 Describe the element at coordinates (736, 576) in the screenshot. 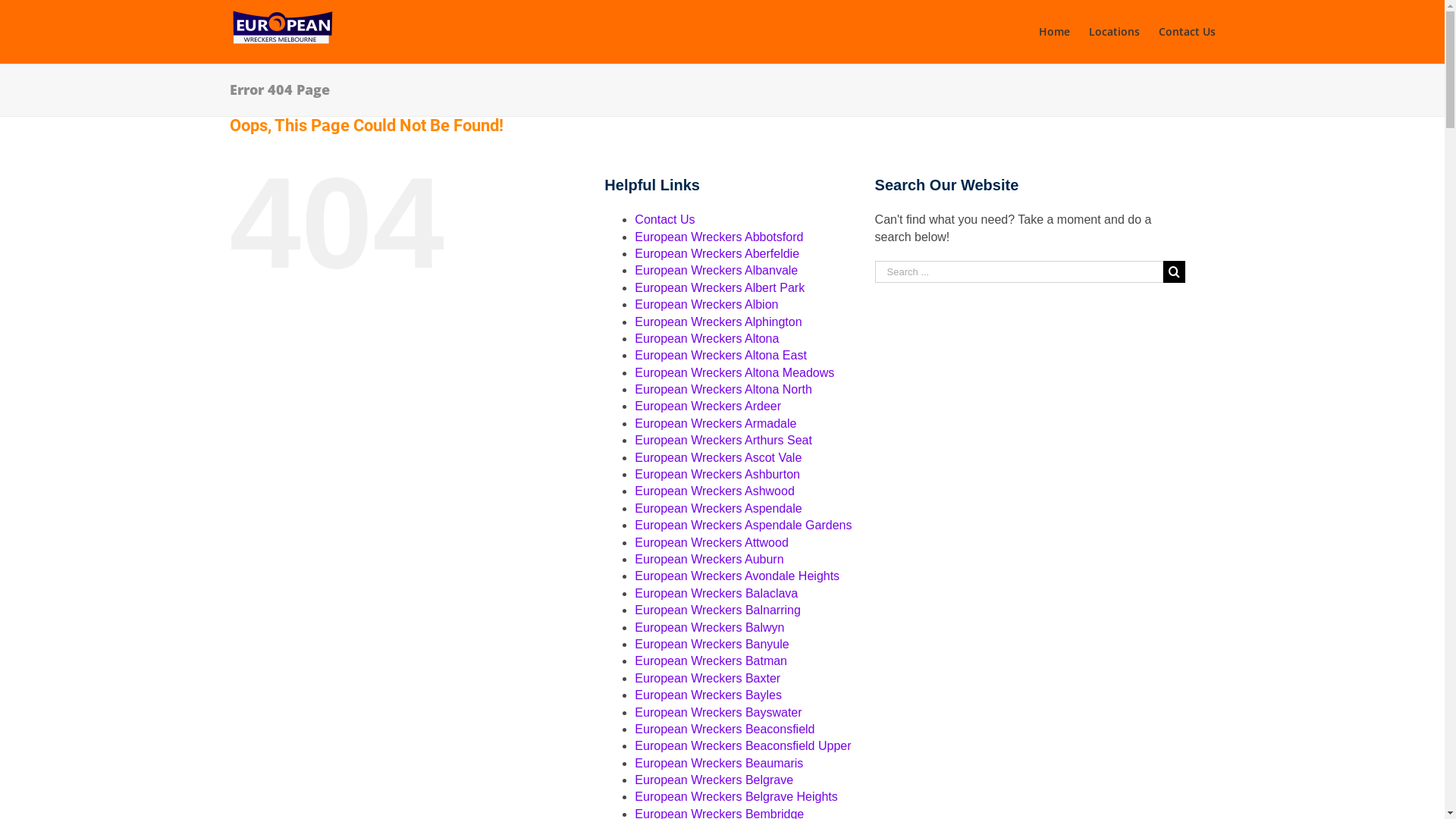

I see `'European Wreckers Avondale Heights'` at that location.